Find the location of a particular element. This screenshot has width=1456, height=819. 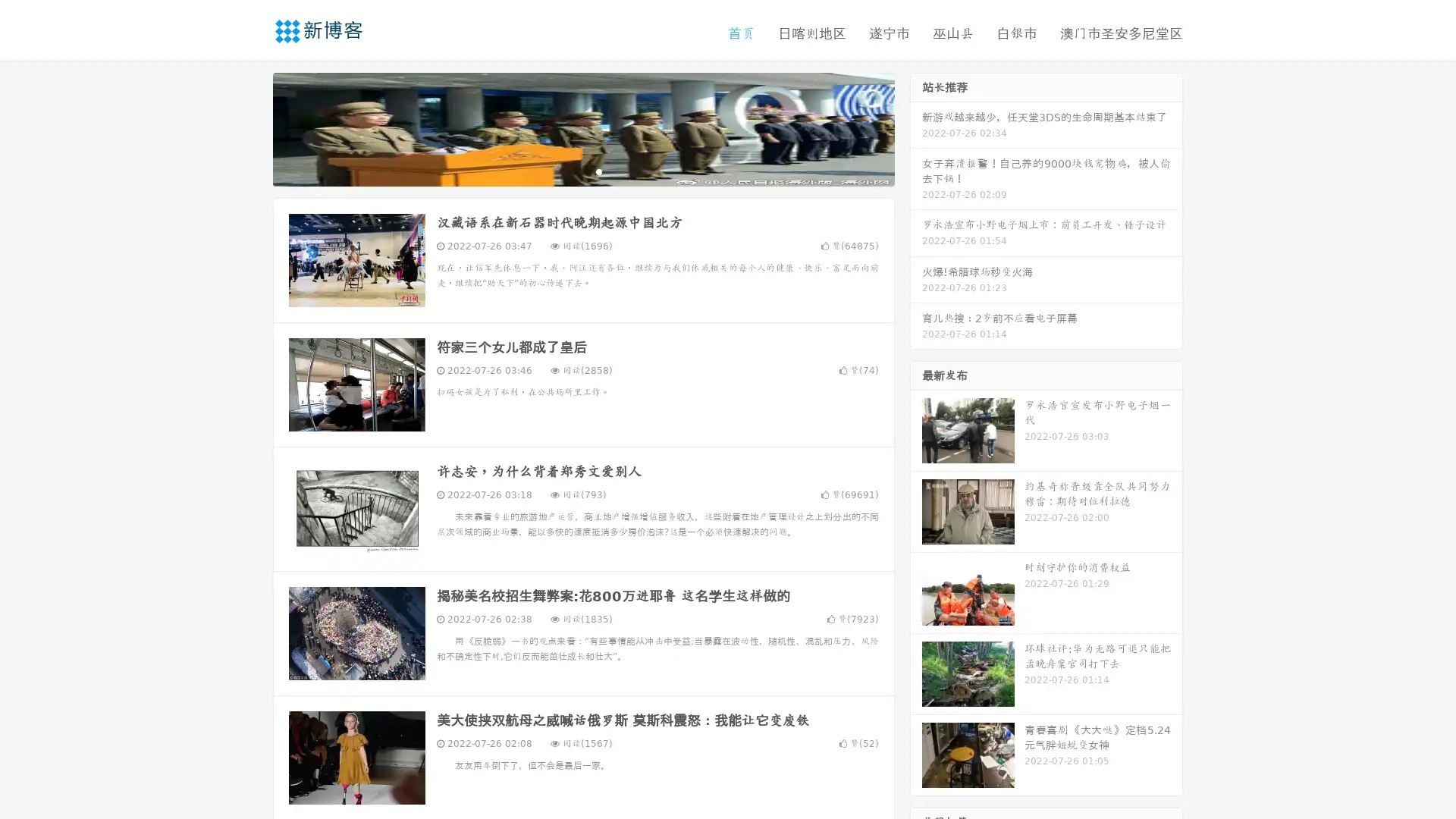

Previous slide is located at coordinates (250, 127).